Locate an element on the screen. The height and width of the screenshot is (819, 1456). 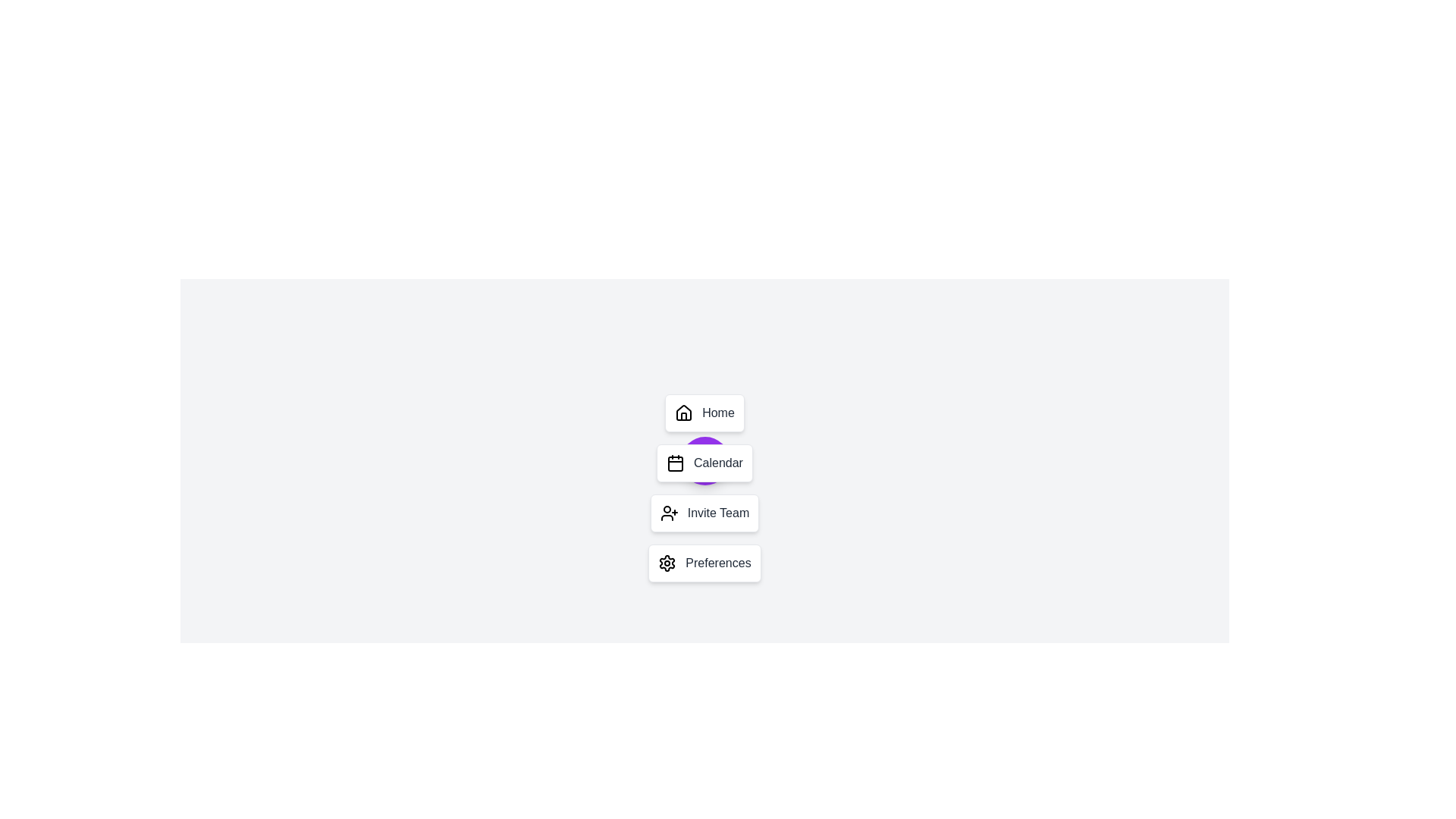
the user symbol plus icon within the 'Invite Team' card, which is the third item in the vertical list of menu items is located at coordinates (668, 513).